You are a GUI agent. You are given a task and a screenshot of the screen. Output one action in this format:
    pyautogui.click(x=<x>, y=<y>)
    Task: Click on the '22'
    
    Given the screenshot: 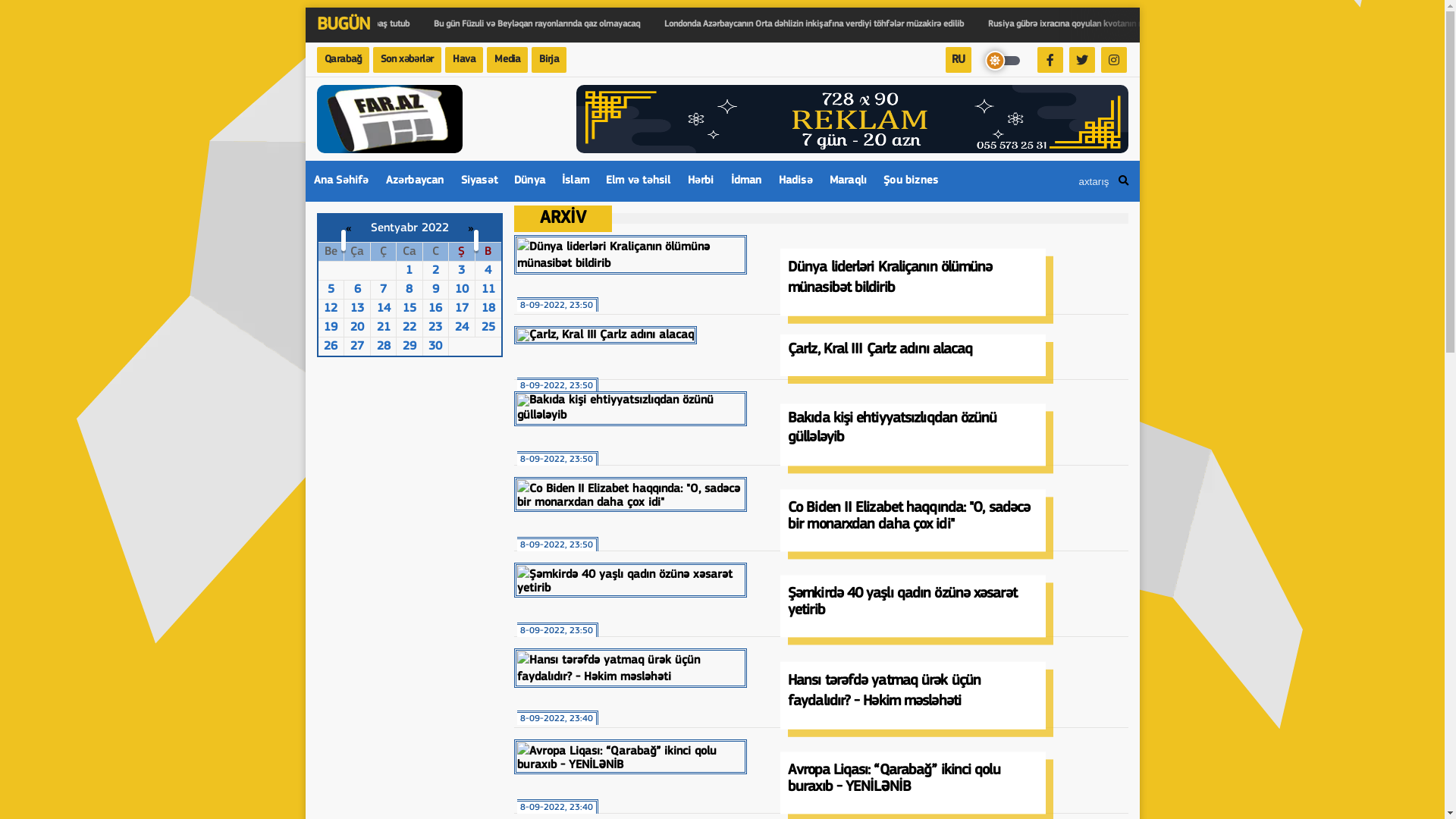 What is the action you would take?
    pyautogui.click(x=409, y=327)
    